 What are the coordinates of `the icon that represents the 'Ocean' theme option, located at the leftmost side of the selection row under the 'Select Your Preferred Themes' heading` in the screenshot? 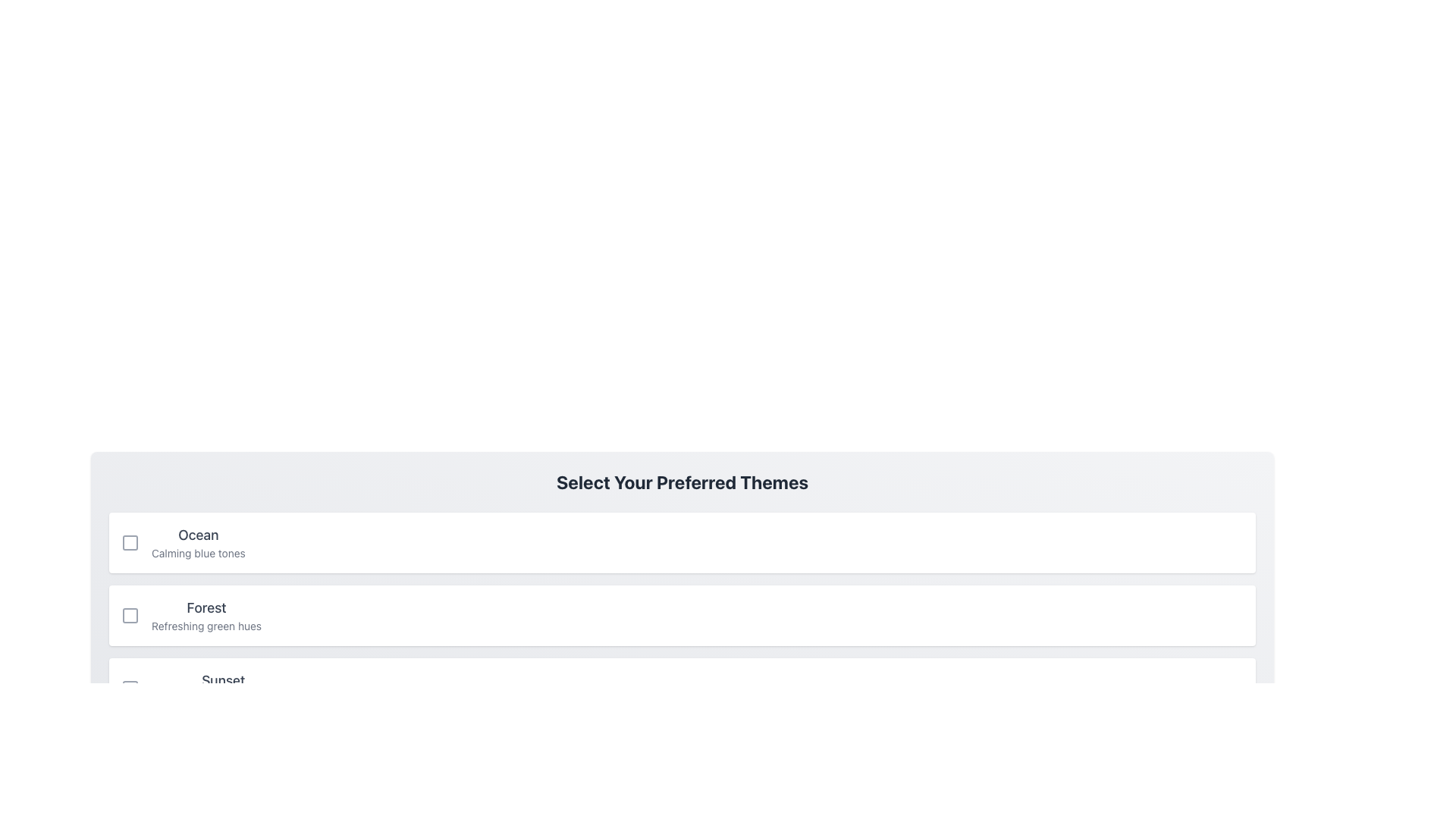 It's located at (130, 542).